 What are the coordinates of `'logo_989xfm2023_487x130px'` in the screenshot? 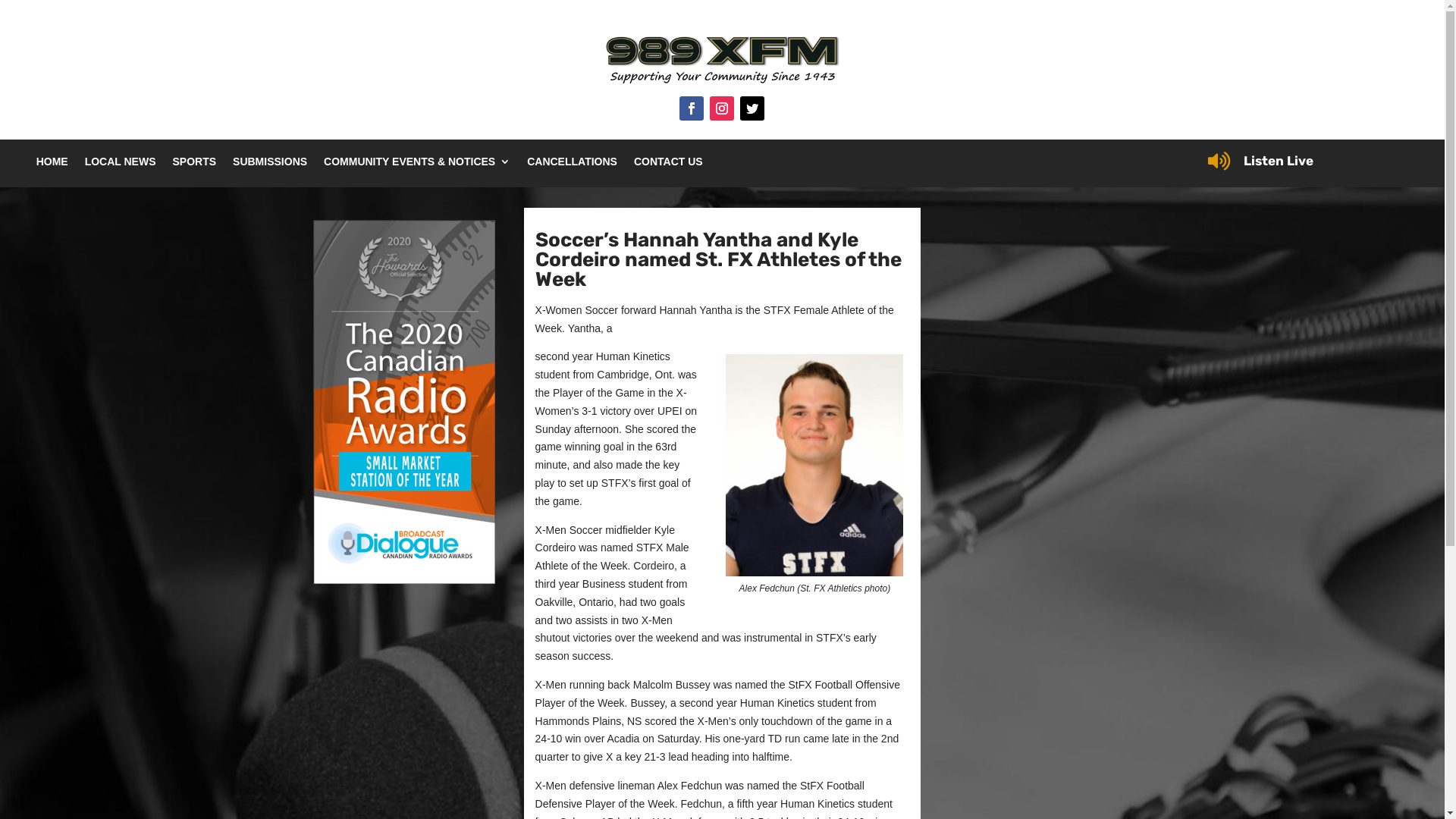 It's located at (720, 61).